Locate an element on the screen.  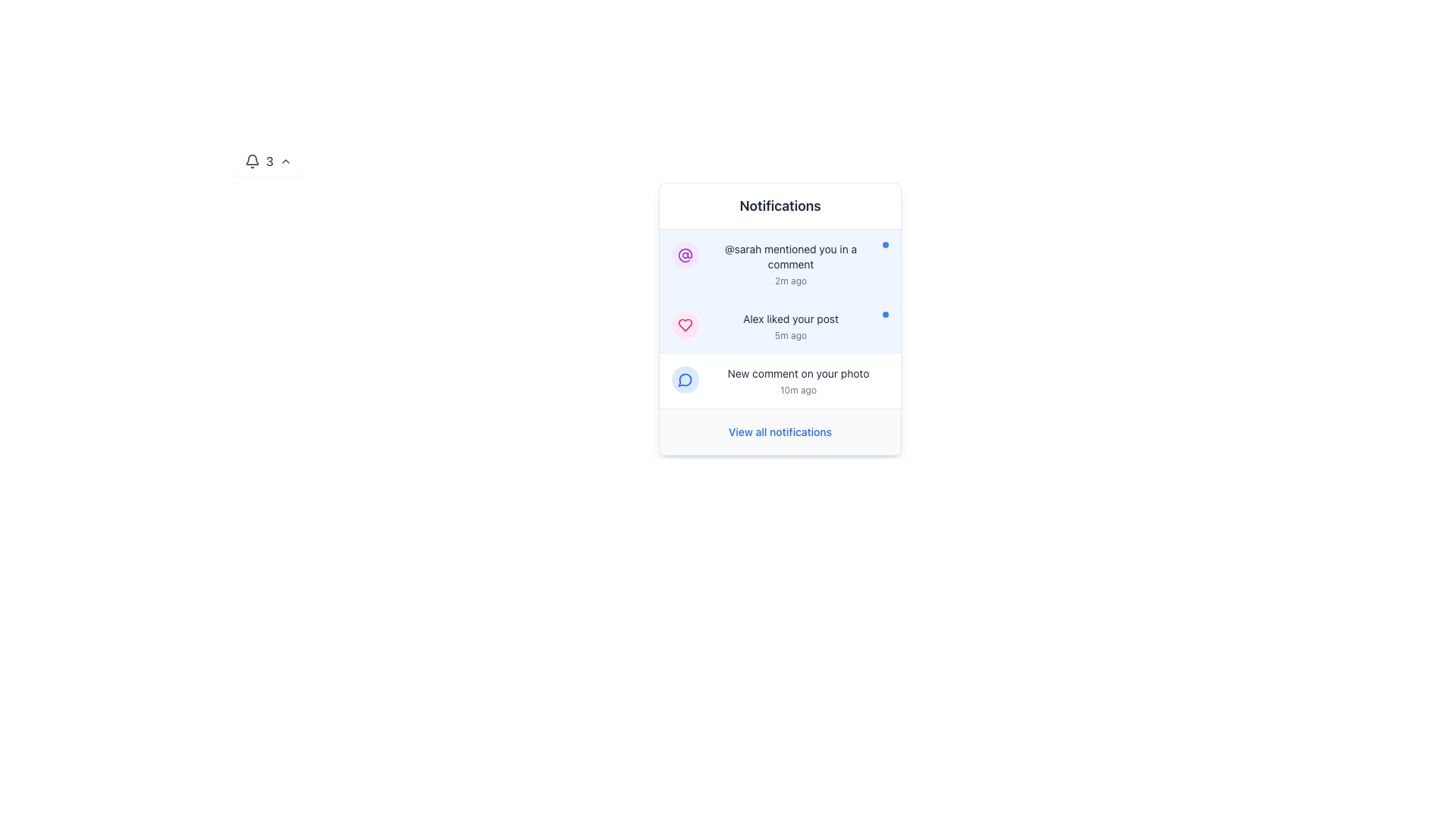
the downward-facing chevron icon with a thin black outline located at the rightmost side of the notification toggle is located at coordinates (285, 161).